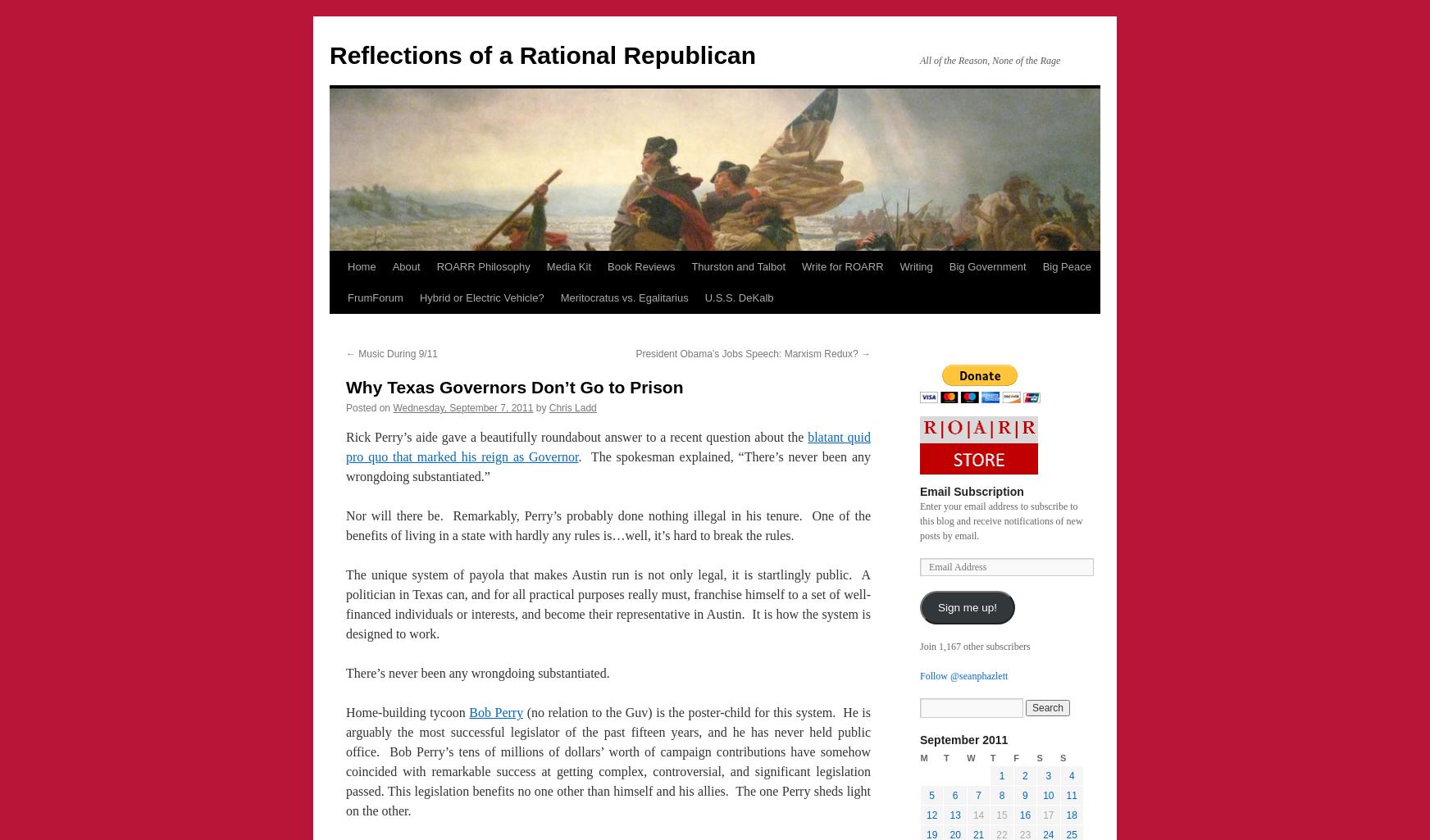  I want to click on 'There’s never been any wrongdoing substantiated.', so click(477, 672).